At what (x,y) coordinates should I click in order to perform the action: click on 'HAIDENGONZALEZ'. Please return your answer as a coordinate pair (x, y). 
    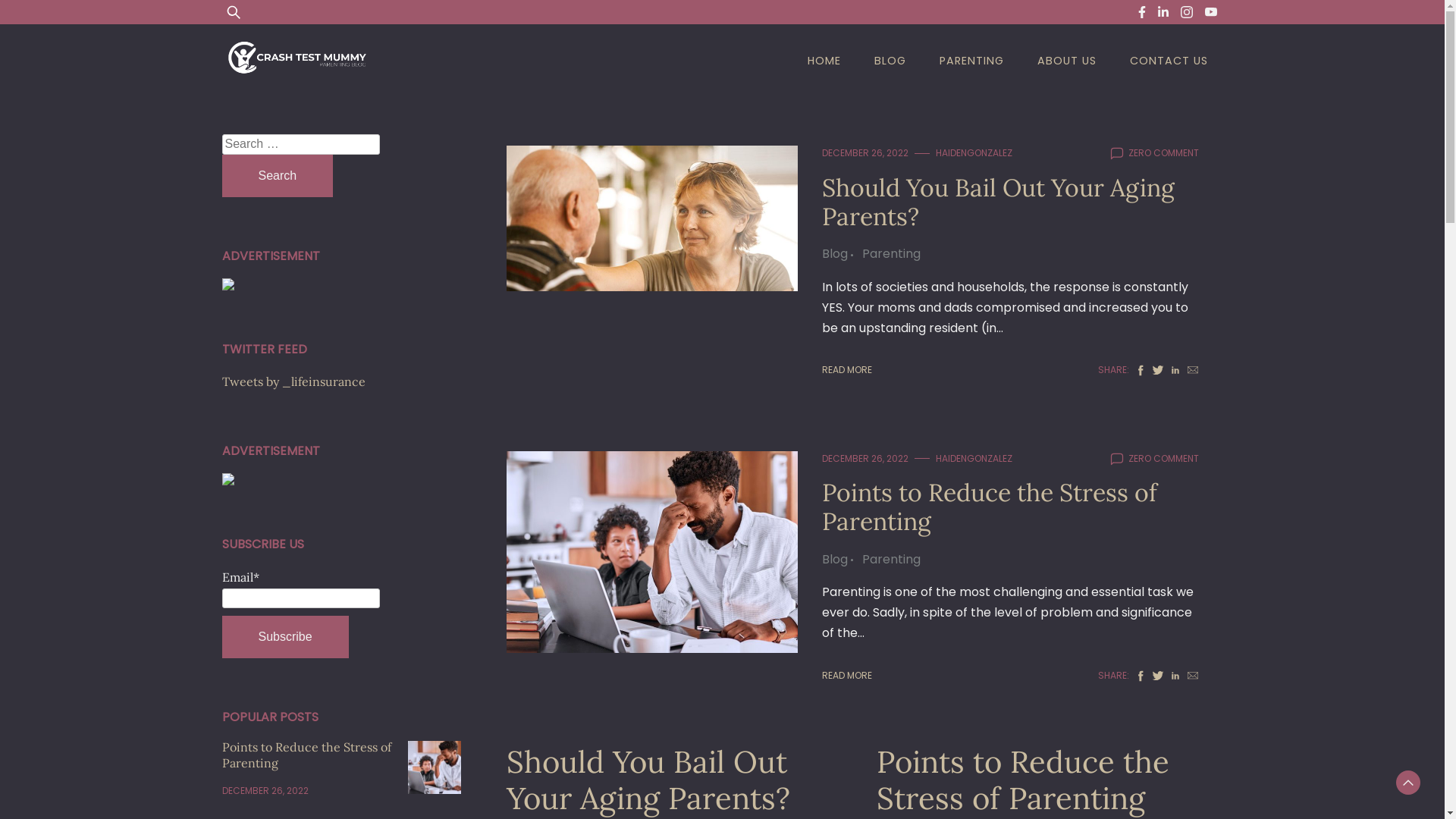
    Looking at the image, I should click on (974, 152).